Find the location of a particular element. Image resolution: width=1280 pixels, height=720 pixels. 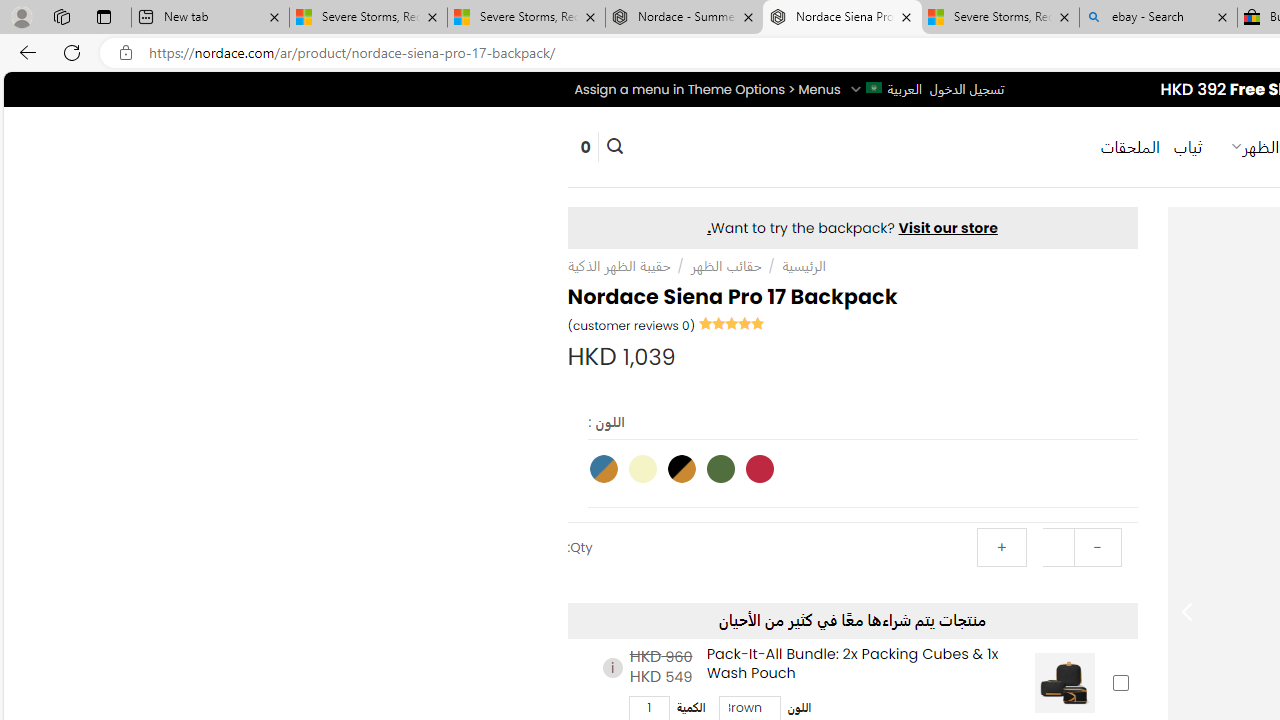

'  0' is located at coordinates (584, 145).